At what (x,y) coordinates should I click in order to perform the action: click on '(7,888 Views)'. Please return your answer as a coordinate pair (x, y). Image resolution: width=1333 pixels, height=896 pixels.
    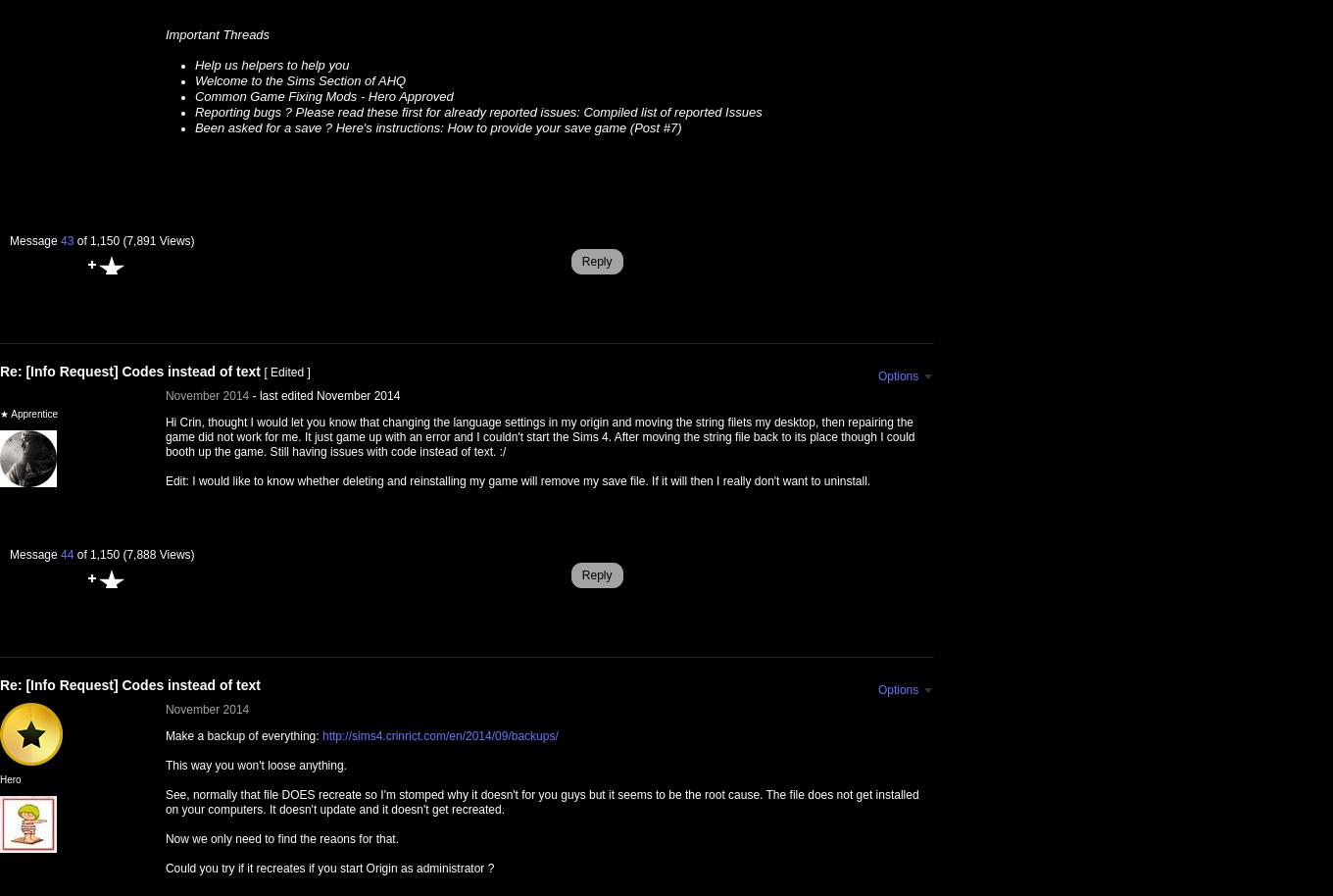
    Looking at the image, I should click on (122, 555).